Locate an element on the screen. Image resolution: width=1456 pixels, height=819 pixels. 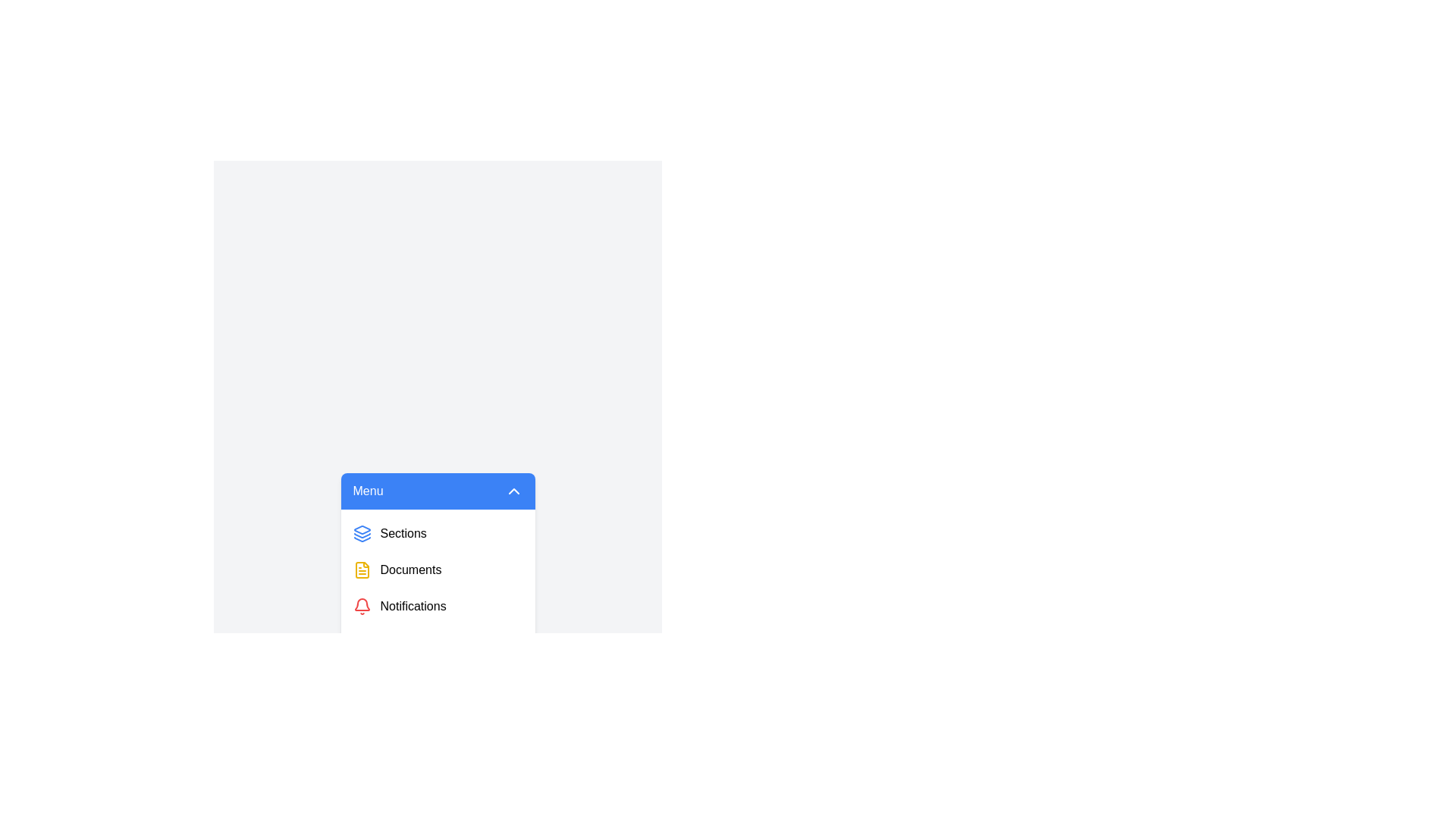
the 'Sections' menu item to select it is located at coordinates (437, 533).